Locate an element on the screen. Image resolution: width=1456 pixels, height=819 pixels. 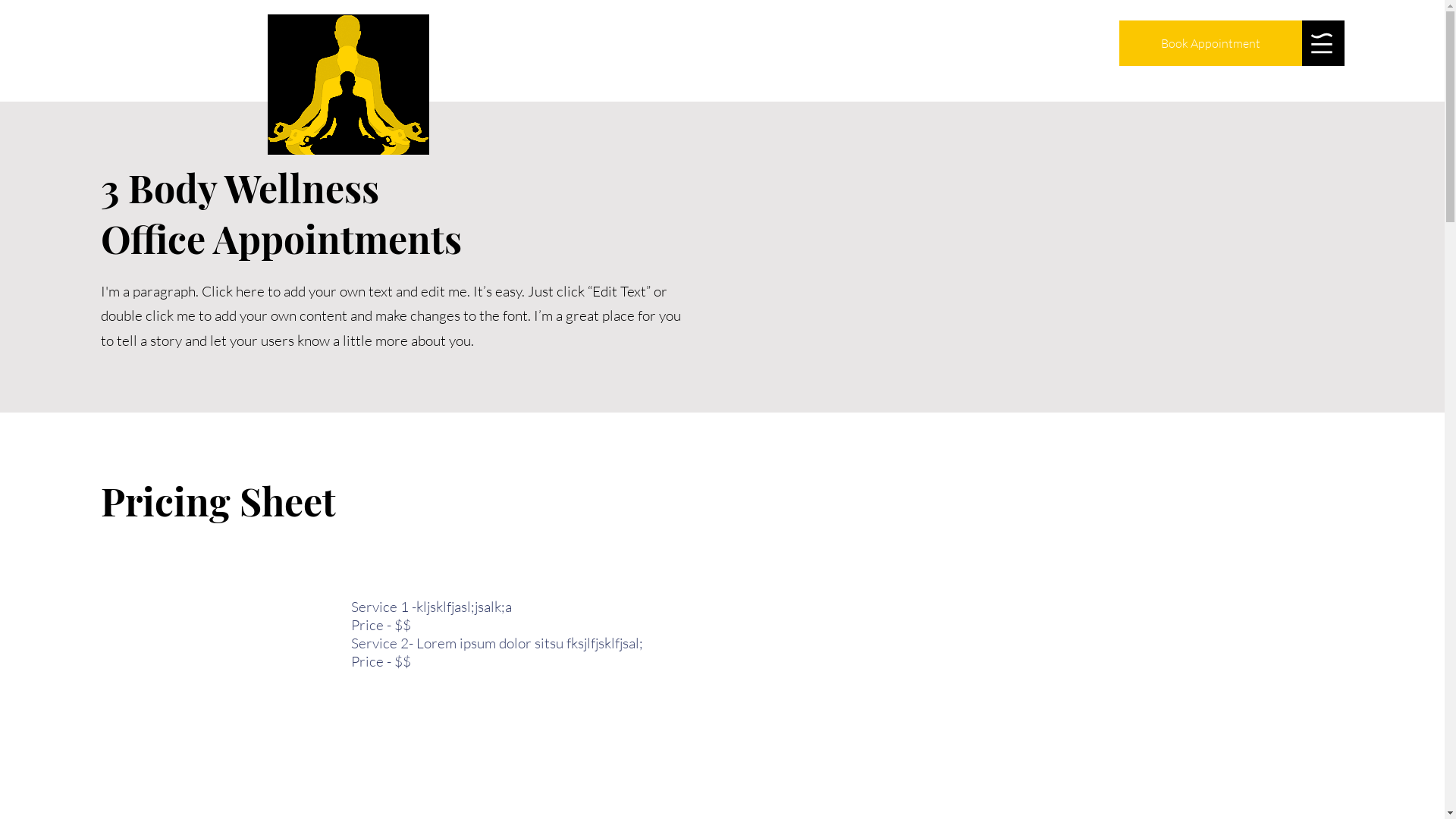
'Book Appointment' is located at coordinates (1210, 42).